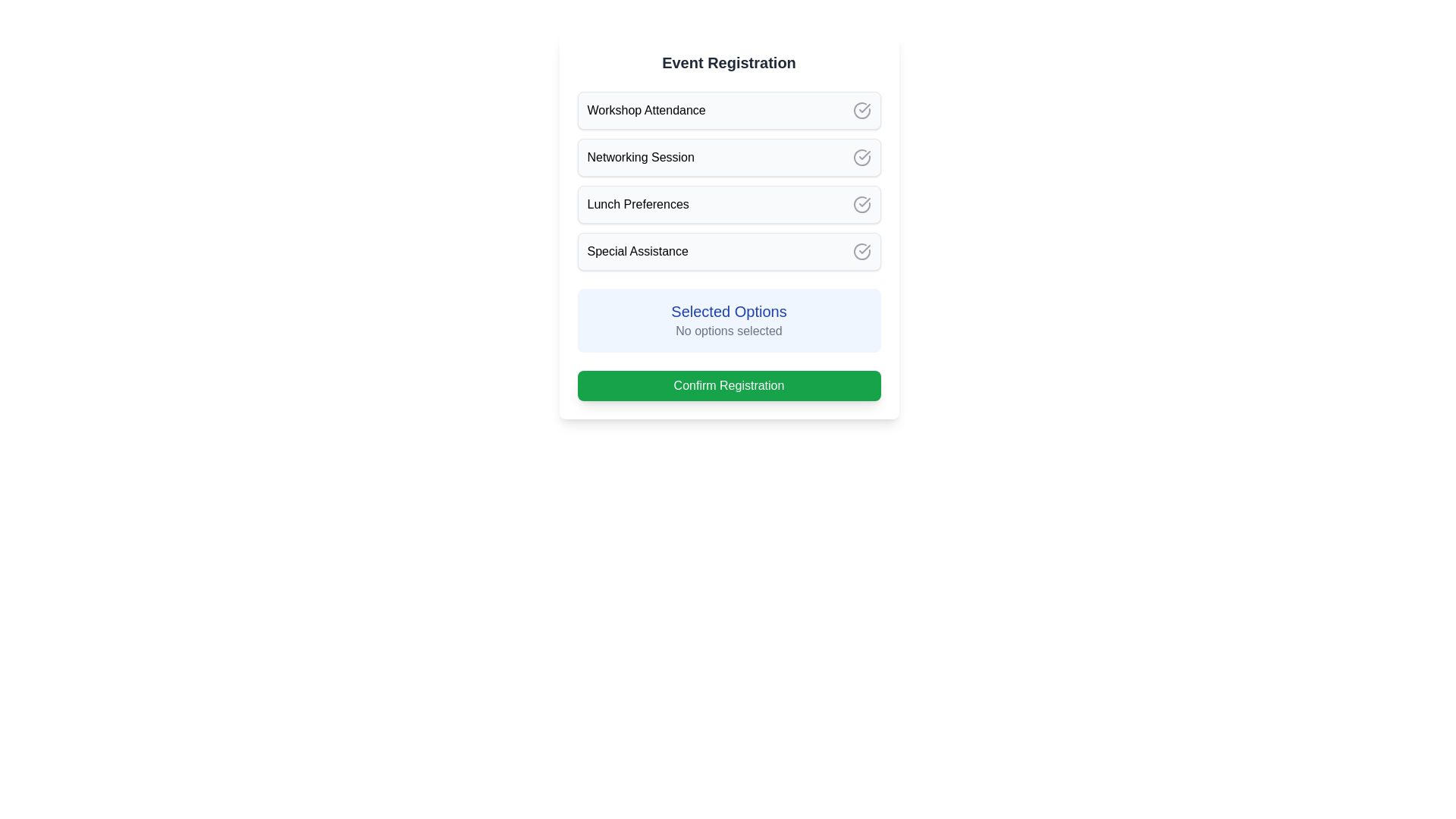 The width and height of the screenshot is (1456, 819). I want to click on the checkmark icon inside the SVG element located to the right of the 'Networking Session' label to interact with its associated functionality, so click(861, 157).